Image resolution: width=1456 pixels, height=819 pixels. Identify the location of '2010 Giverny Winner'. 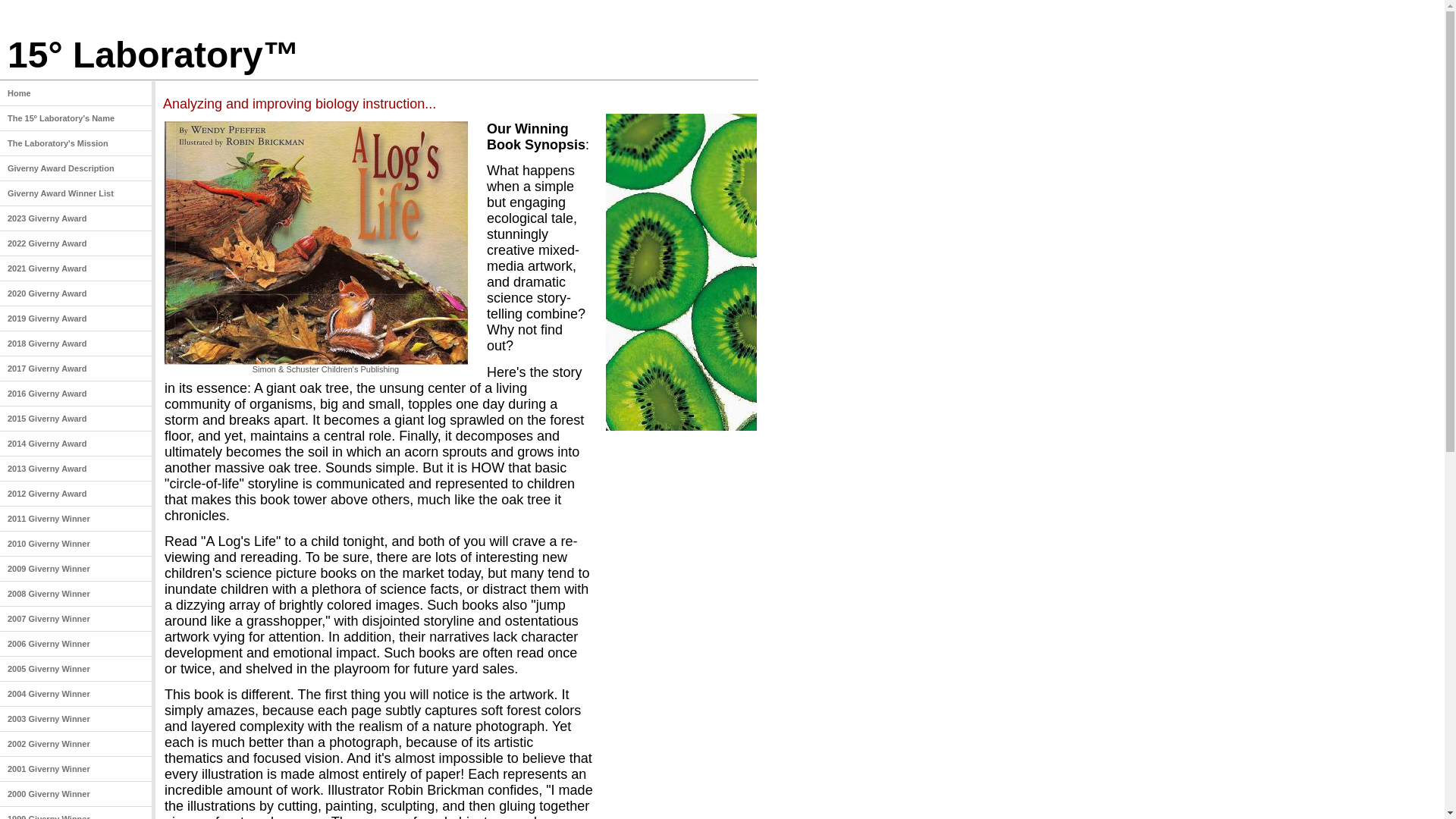
(75, 543).